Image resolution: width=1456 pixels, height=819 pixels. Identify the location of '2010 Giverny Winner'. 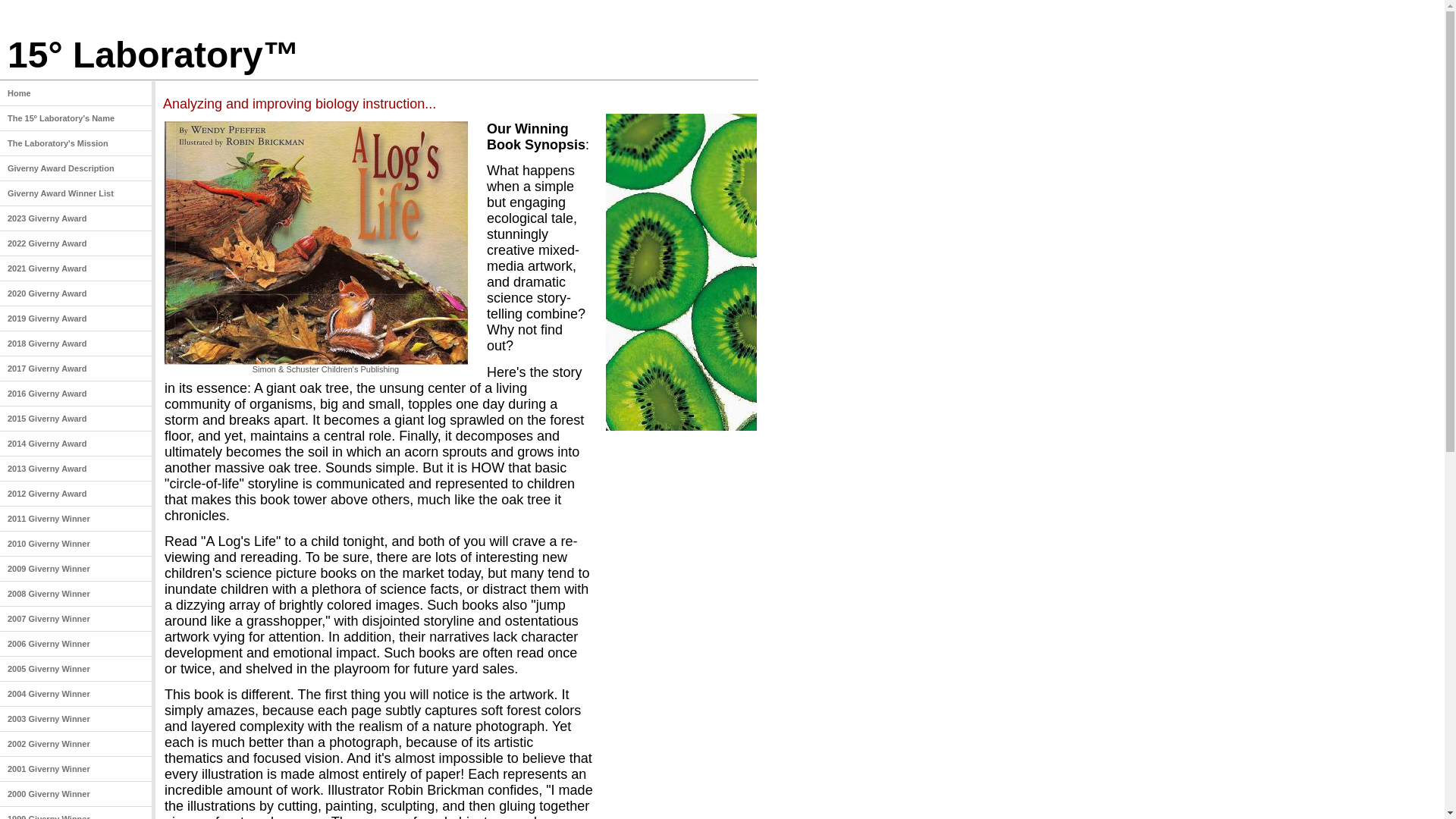
(75, 543).